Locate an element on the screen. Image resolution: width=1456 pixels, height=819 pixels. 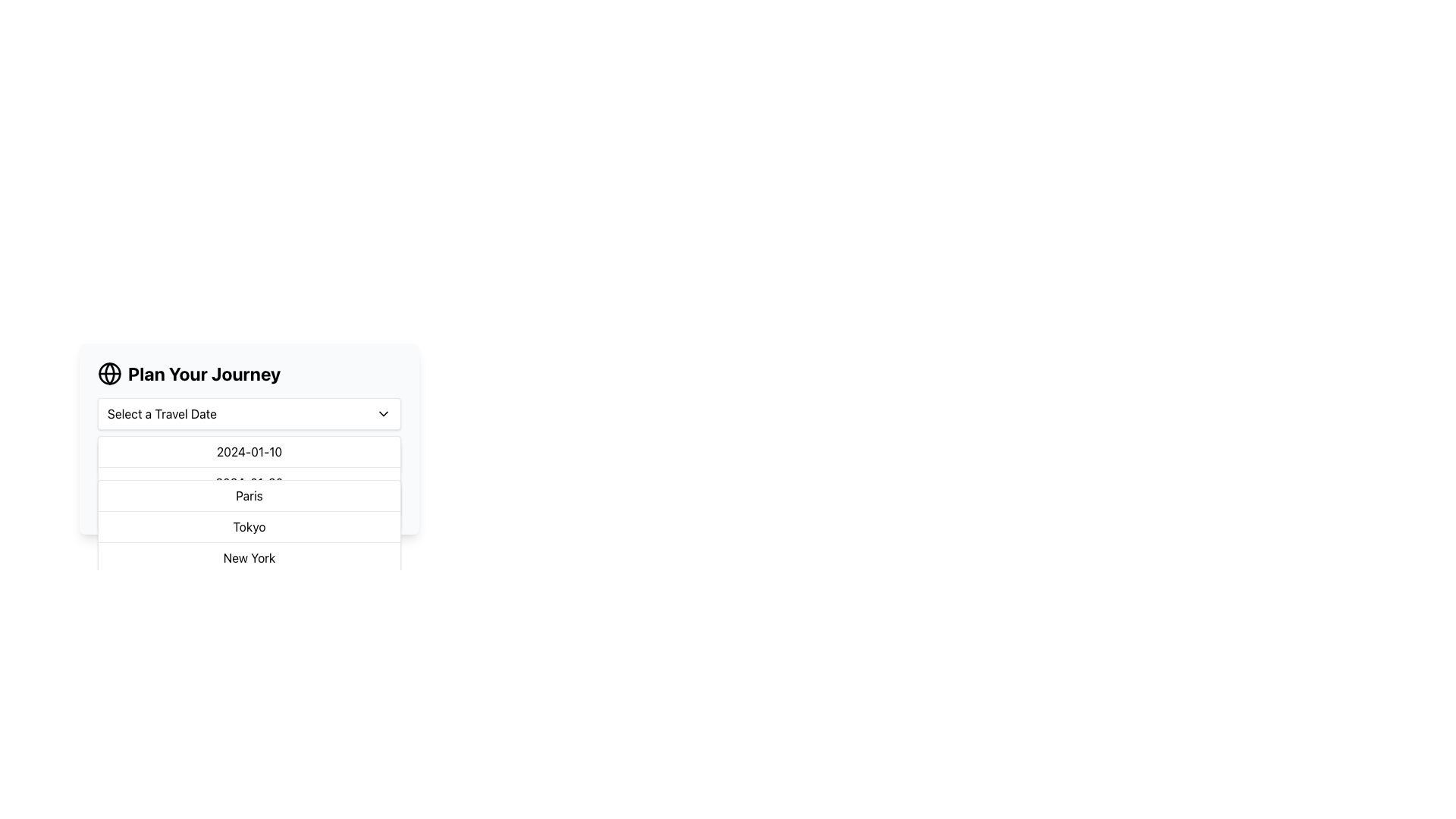
the first selectable date option in the dropdown menu for choosing a travel date, located centrally below the 'Select a Travel Date' input field is located at coordinates (249, 451).